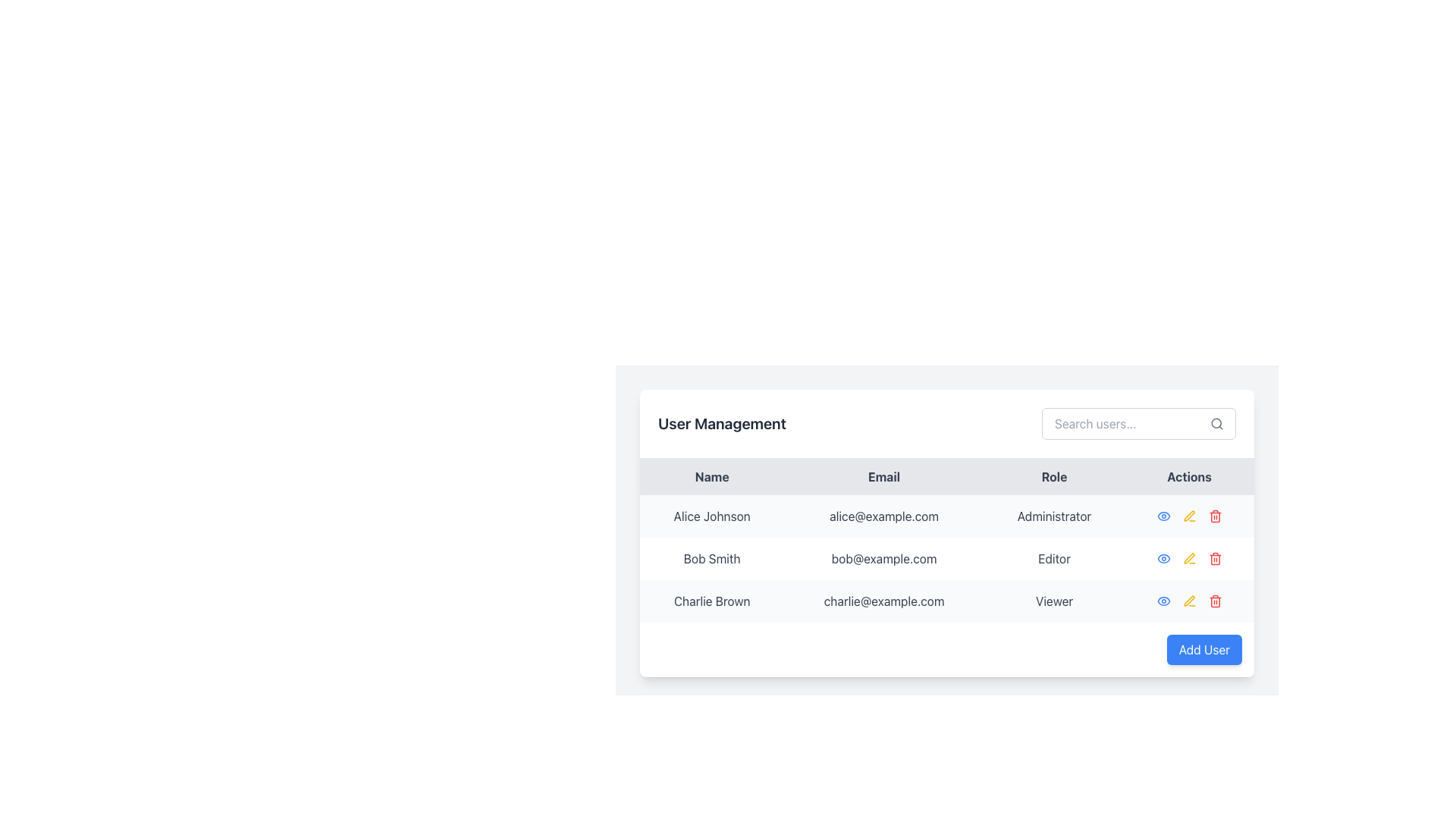  What do you see at coordinates (1203, 648) in the screenshot?
I see `the 'Add User' button, which is a rectangular button with rounded corners and a blue background, located at the bottom-right of the user management panel` at bounding box center [1203, 648].